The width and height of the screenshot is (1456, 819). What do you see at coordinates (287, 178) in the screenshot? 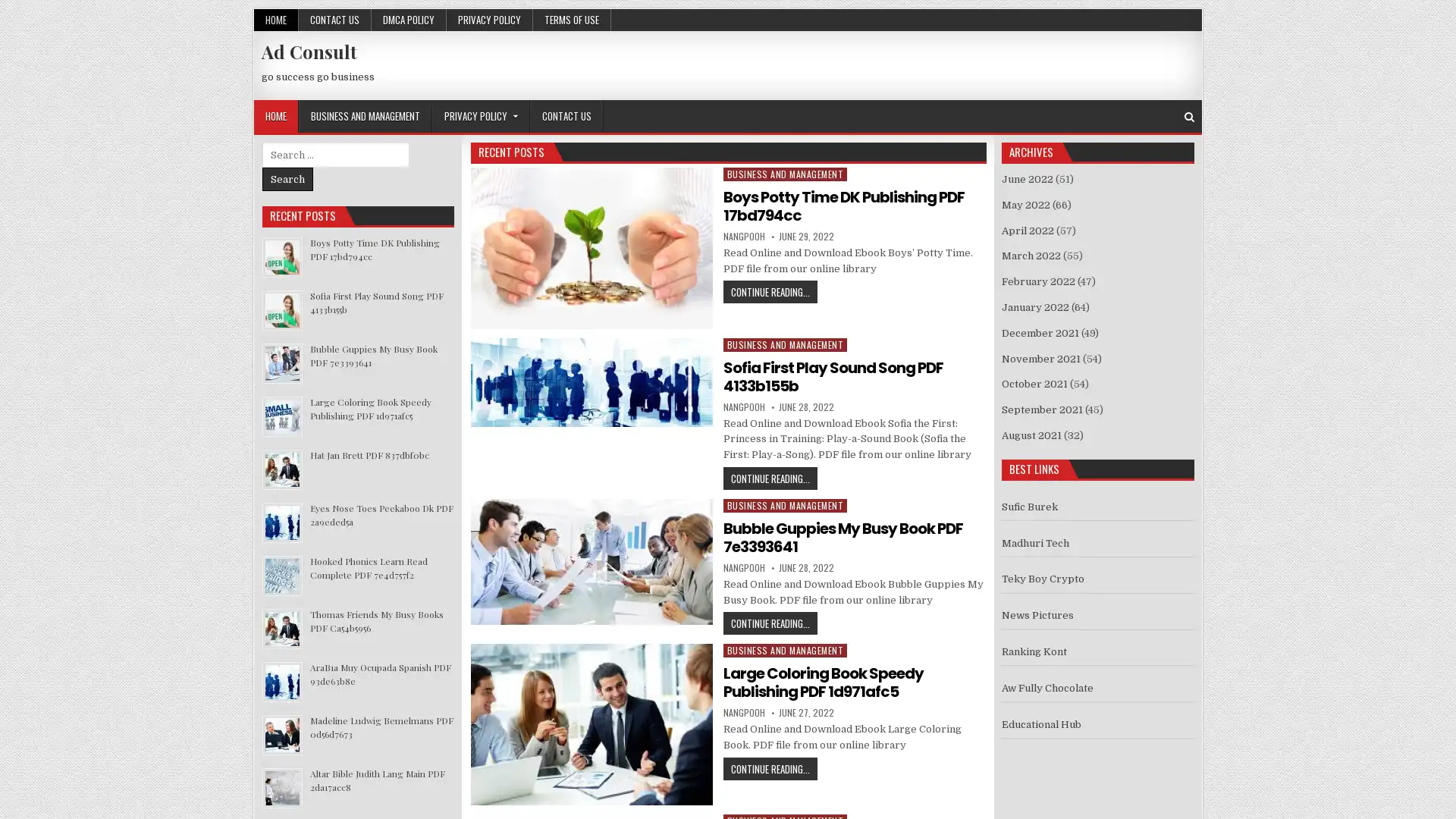
I see `Search` at bounding box center [287, 178].